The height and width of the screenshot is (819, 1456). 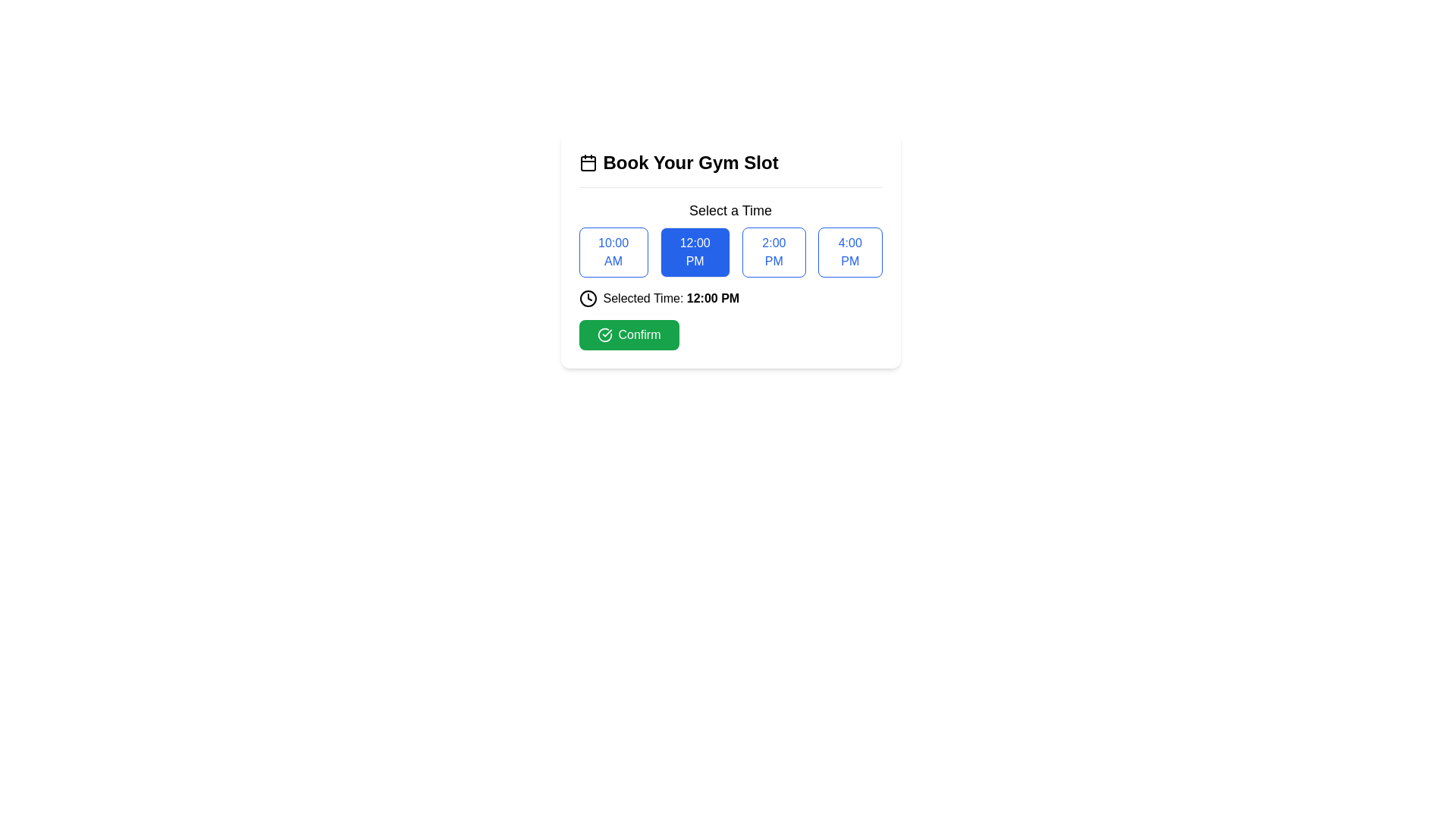 I want to click on the text element that displays the currently selected time slot, located below the selectable time slots, so click(x=712, y=298).